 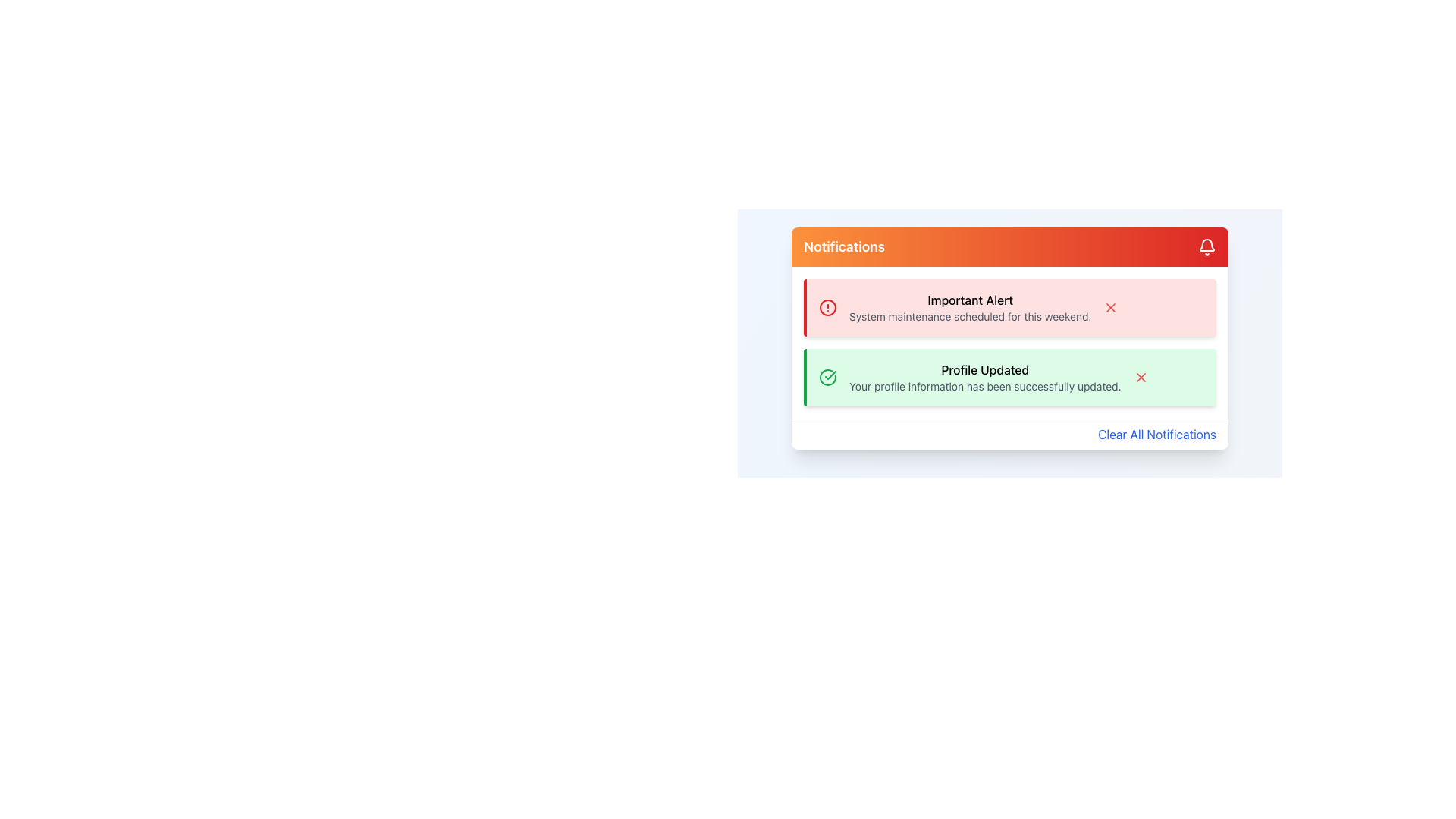 I want to click on the circular boundary of the red alert icon in the 'Important Alert' notification, which serves as a decorative element emphasizing the alert visually, so click(x=827, y=307).